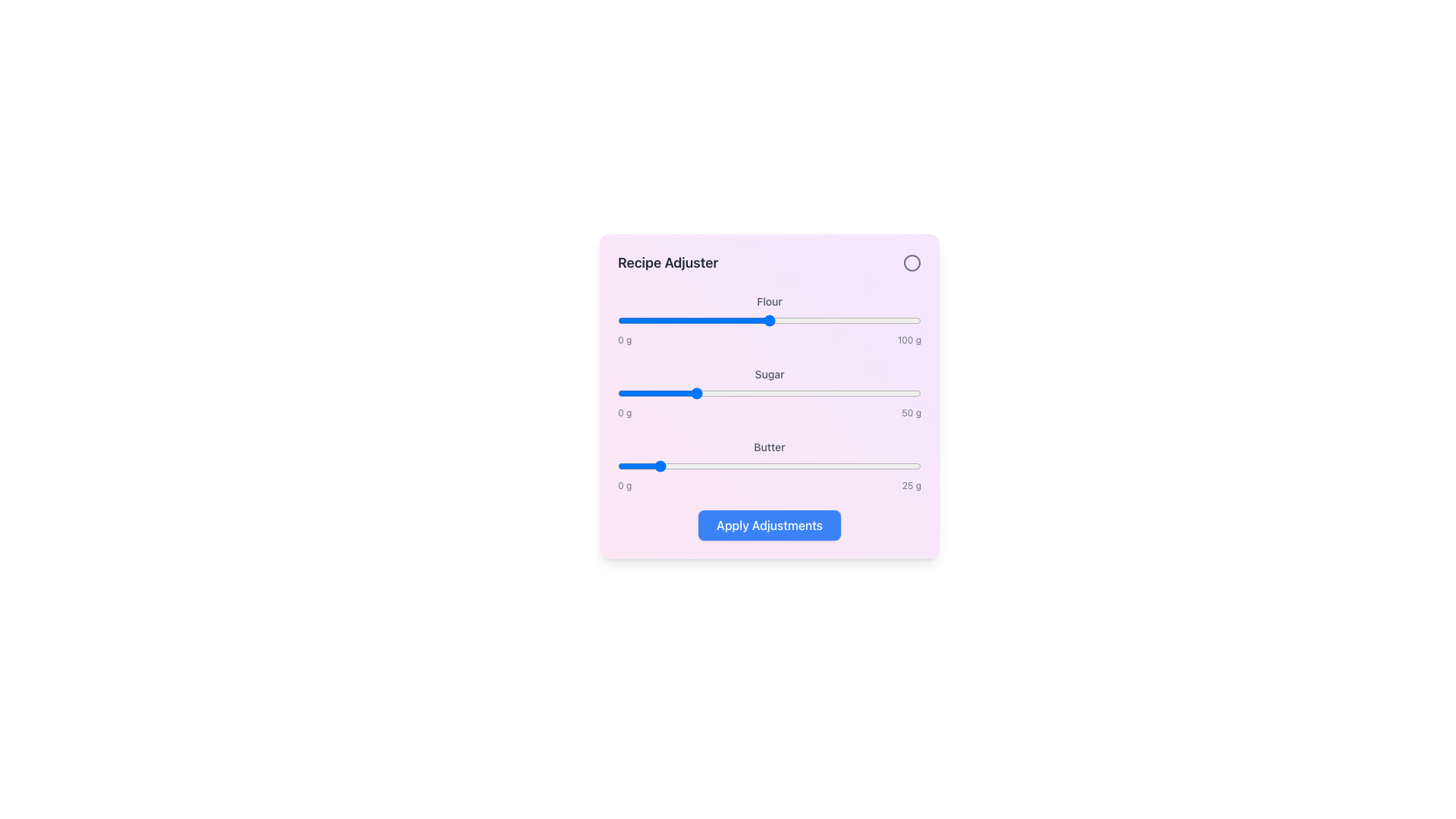 This screenshot has height=819, width=1456. What do you see at coordinates (789, 393) in the screenshot?
I see `sugar slider` at bounding box center [789, 393].